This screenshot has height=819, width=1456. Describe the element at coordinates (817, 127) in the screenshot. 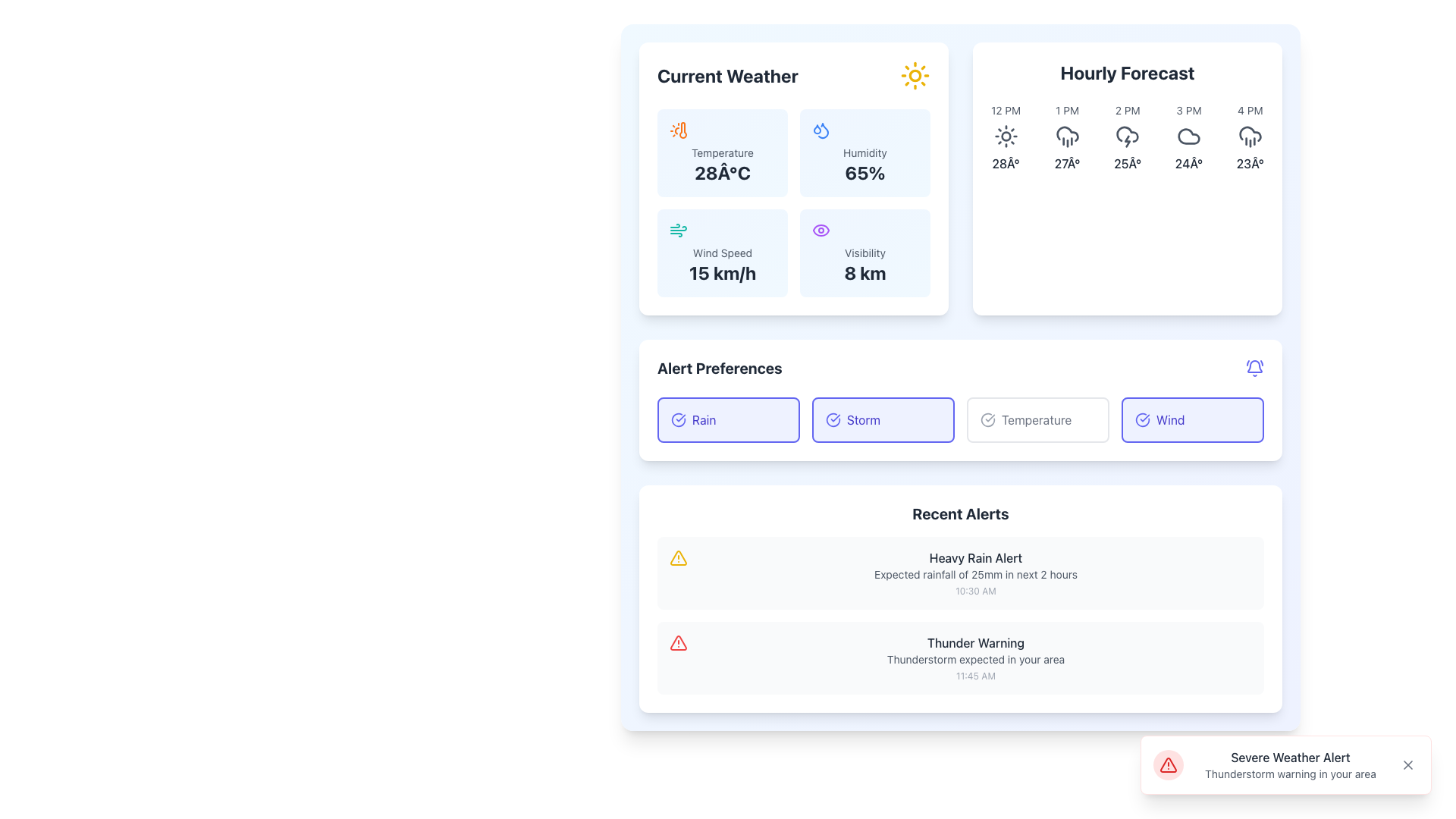

I see `the weather icon representing precipitation or water droplets located in the upper-right portion of the interface, near the 'Current Weather' module` at that location.